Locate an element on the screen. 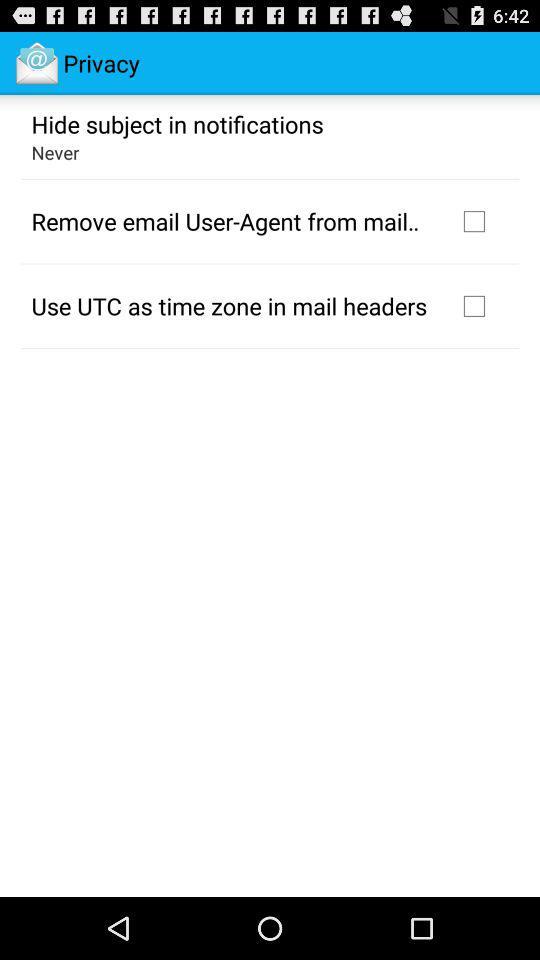 The width and height of the screenshot is (540, 960). the app below the hide subject in item is located at coordinates (55, 151).